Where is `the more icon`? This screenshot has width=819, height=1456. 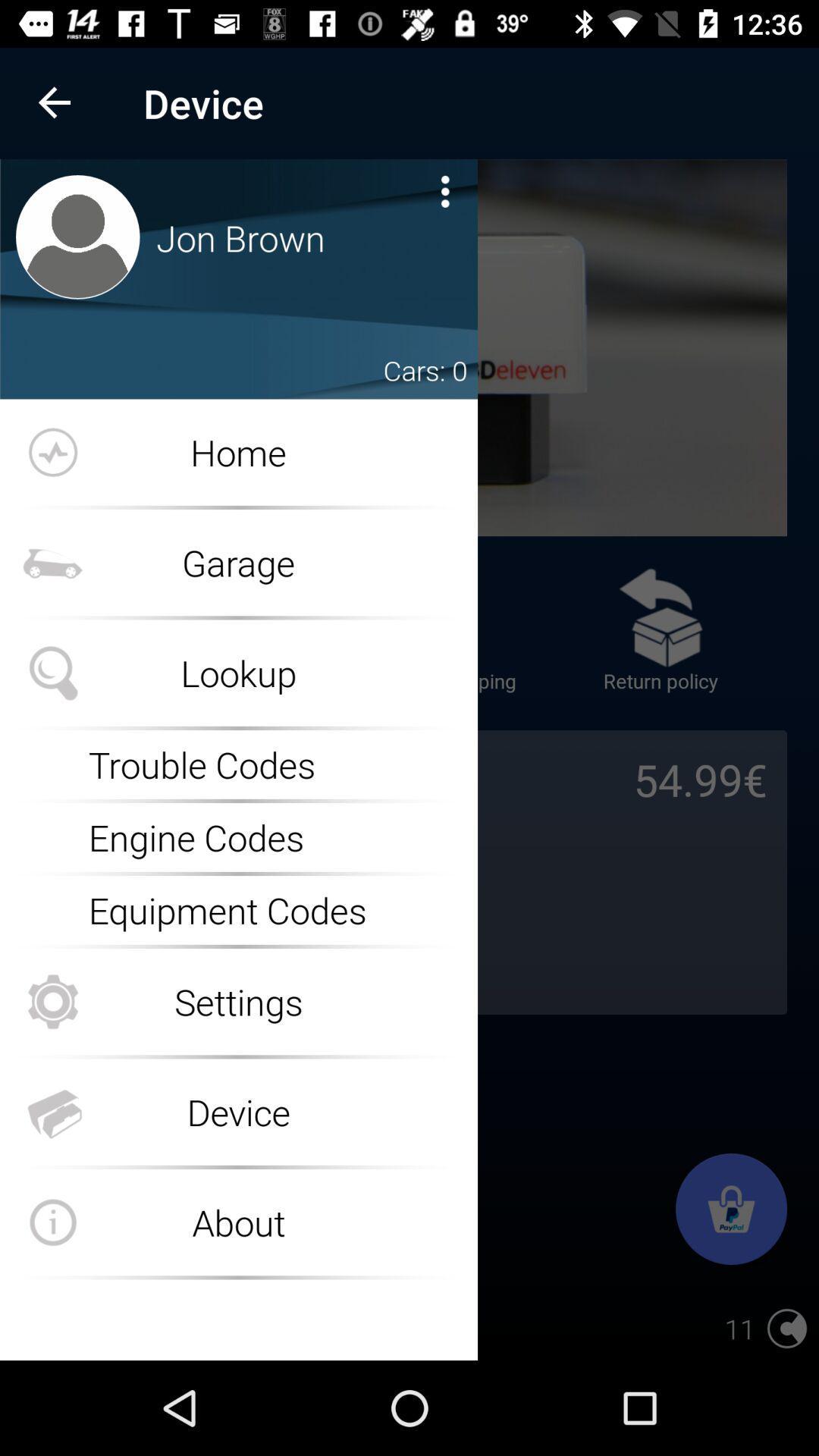 the more icon is located at coordinates (444, 190).